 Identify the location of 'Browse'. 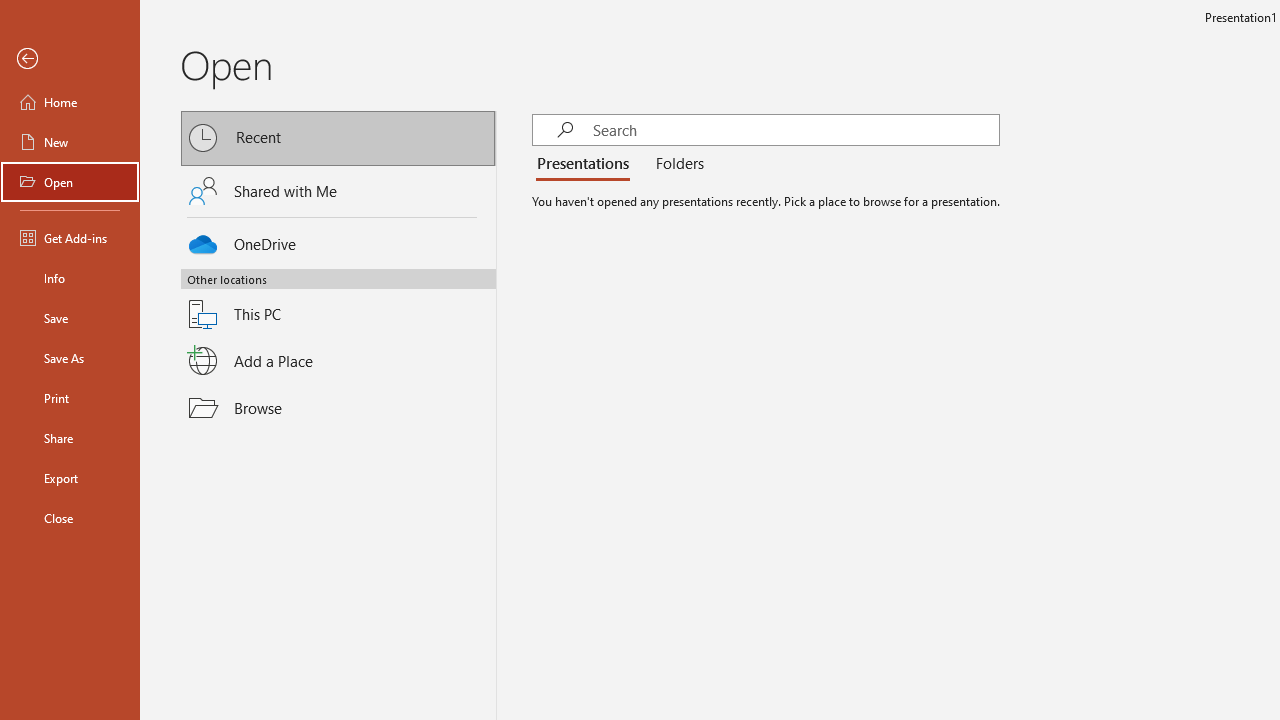
(338, 406).